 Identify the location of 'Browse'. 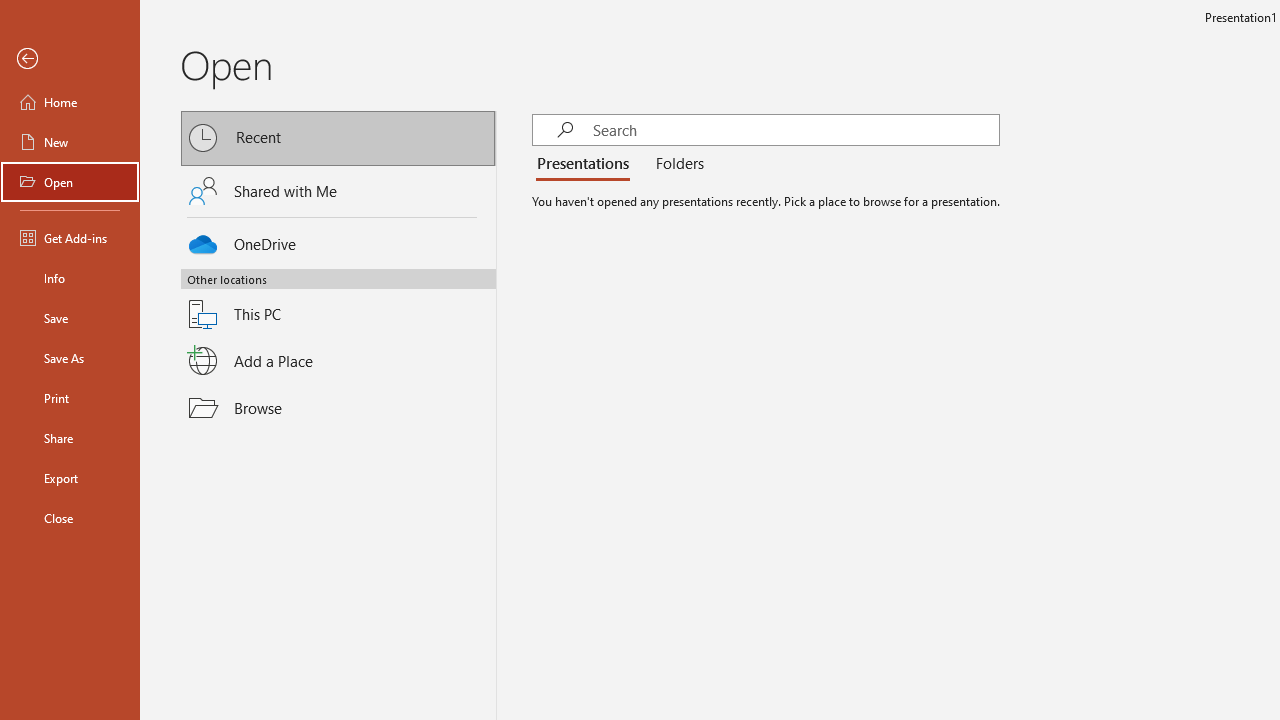
(338, 406).